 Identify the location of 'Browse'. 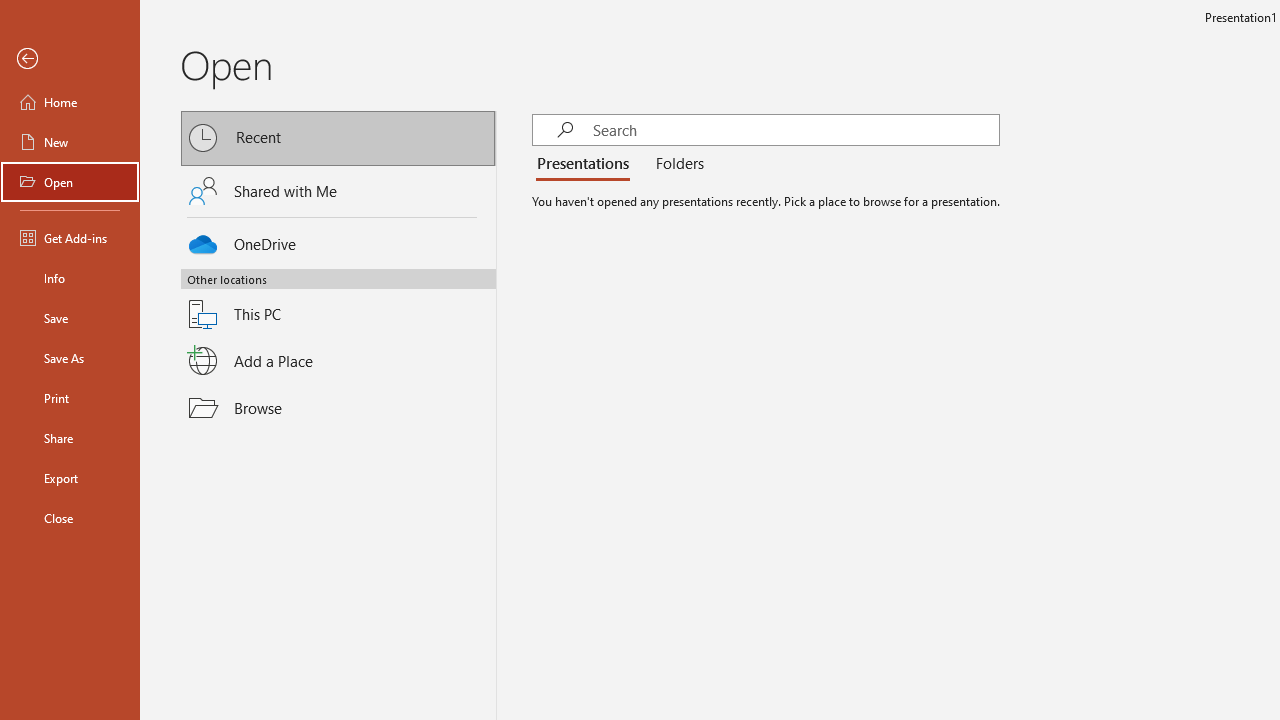
(338, 406).